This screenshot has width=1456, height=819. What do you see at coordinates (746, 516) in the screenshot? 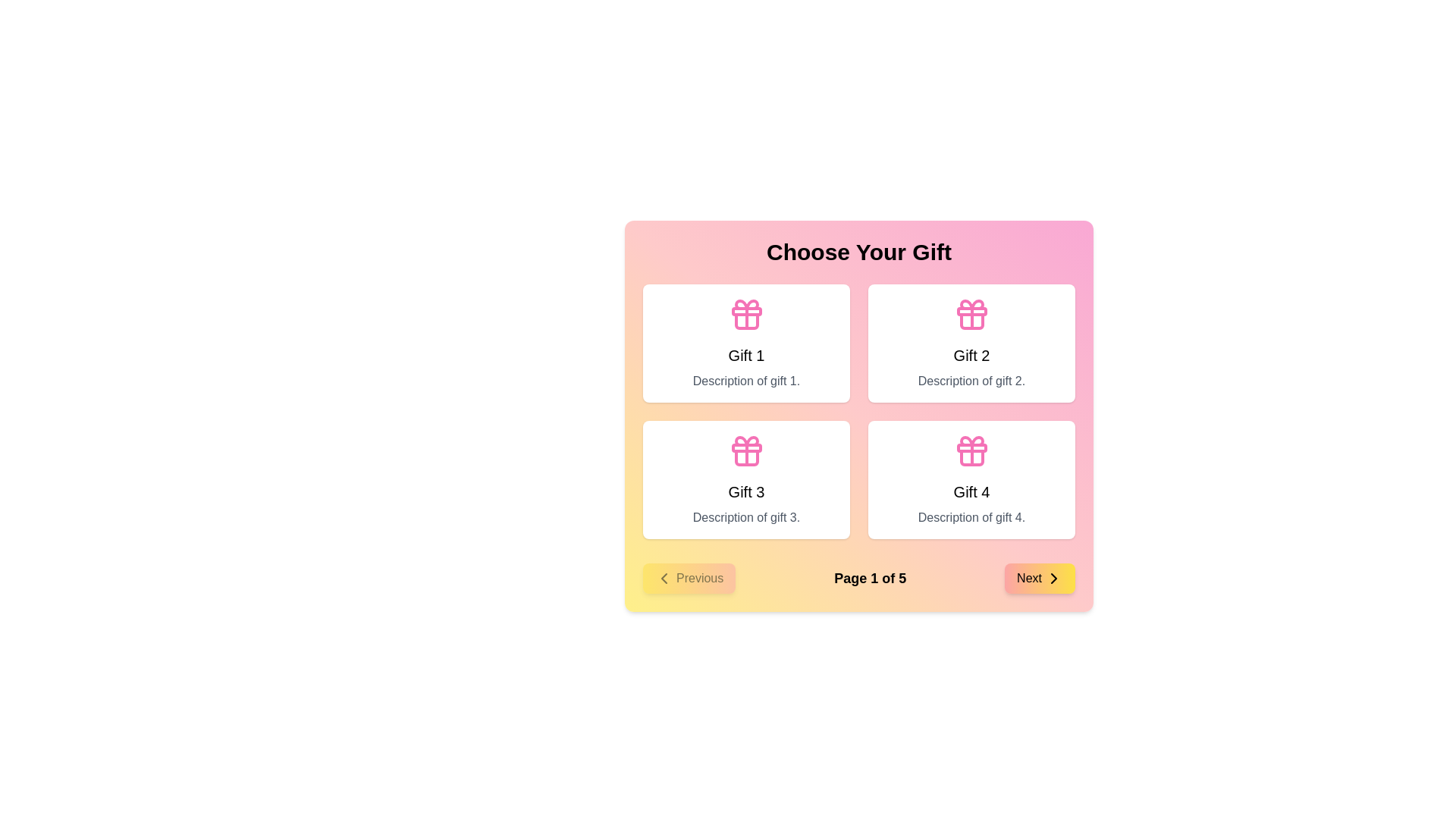
I see `the text block displaying 'Description of gift 3.' located at the bottom of the card labeled 'Gift 3.' within the 'Choose Your Gift' section` at bounding box center [746, 516].